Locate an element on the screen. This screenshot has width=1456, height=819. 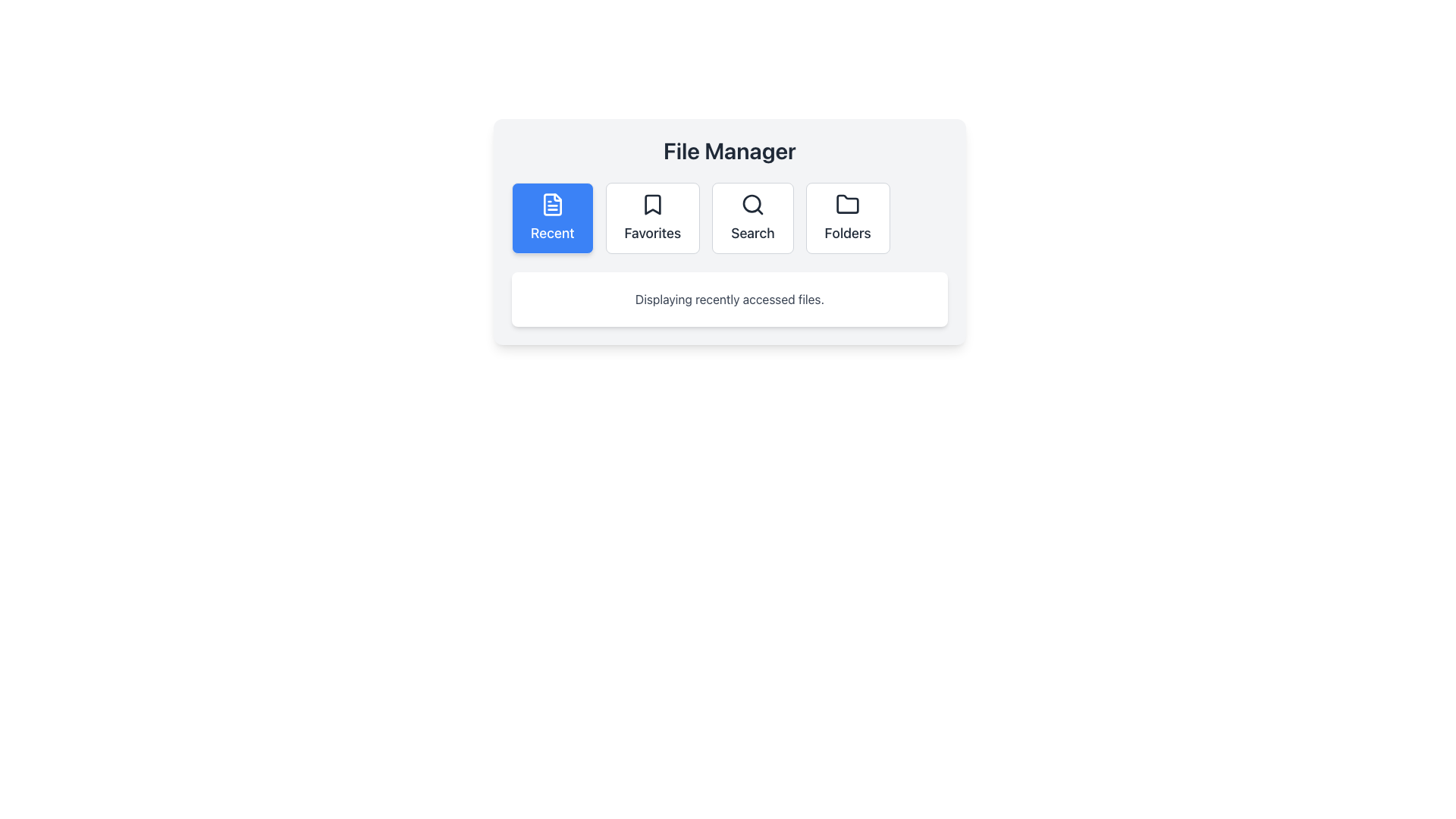
the 'Search' button, which is the third button in a row of four buttons labeled 'Recent,' 'Favorites,' 'Search,' and 'Folders' is located at coordinates (752, 218).